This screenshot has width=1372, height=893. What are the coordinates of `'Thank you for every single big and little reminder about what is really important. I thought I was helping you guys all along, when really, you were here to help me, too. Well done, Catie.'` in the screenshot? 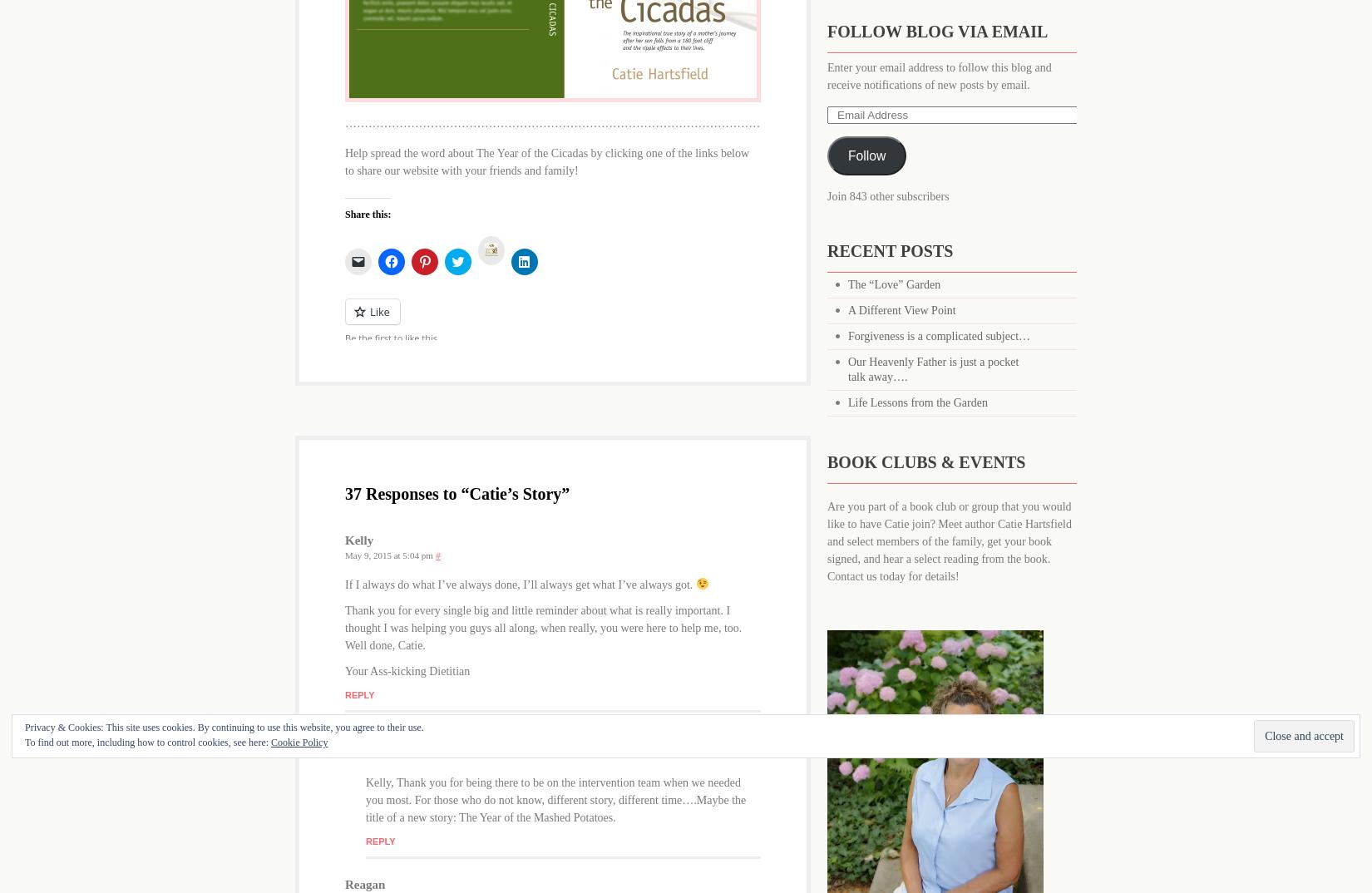 It's located at (343, 626).